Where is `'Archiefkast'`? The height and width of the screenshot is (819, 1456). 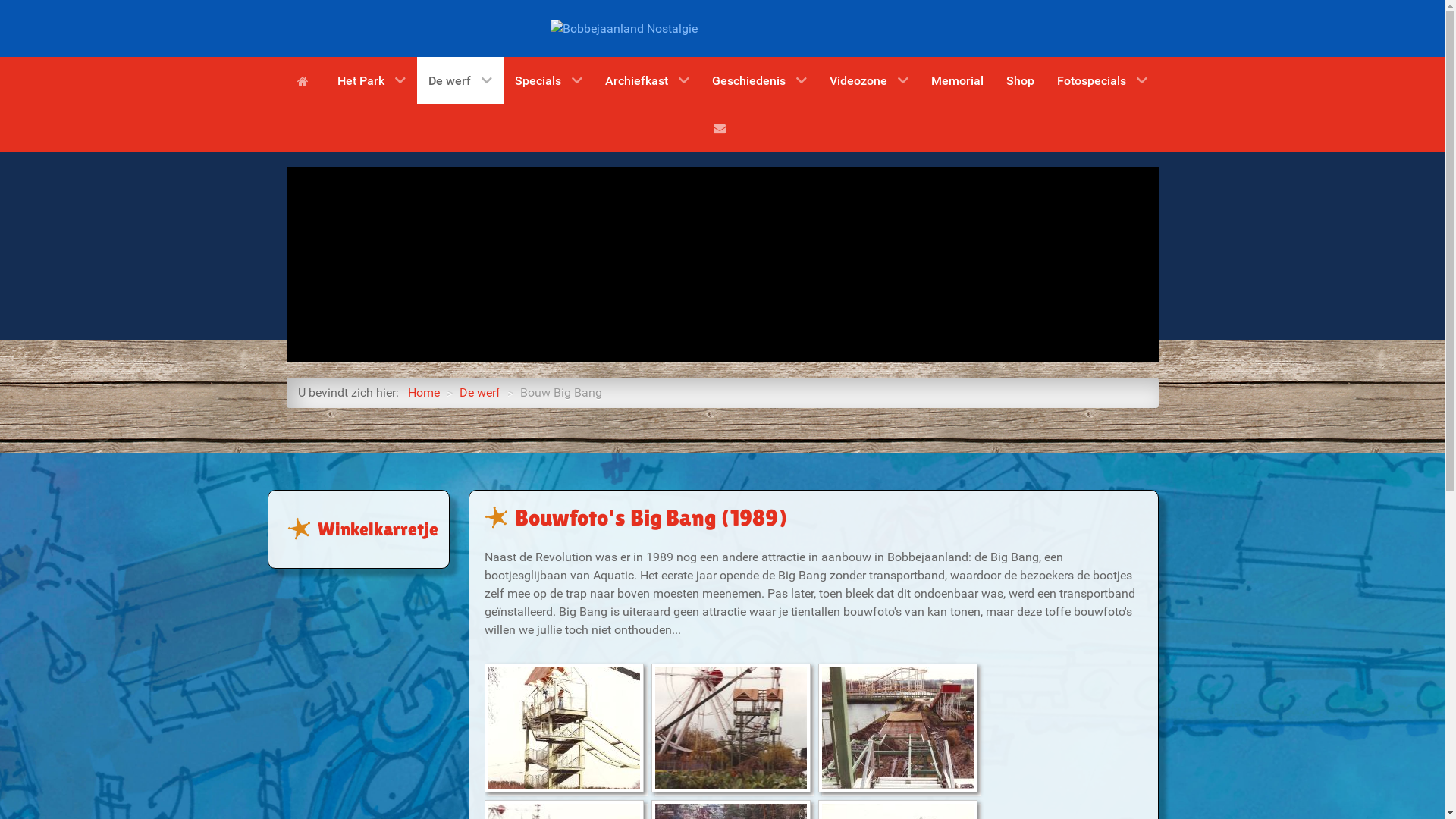
'Archiefkast' is located at coordinates (647, 80).